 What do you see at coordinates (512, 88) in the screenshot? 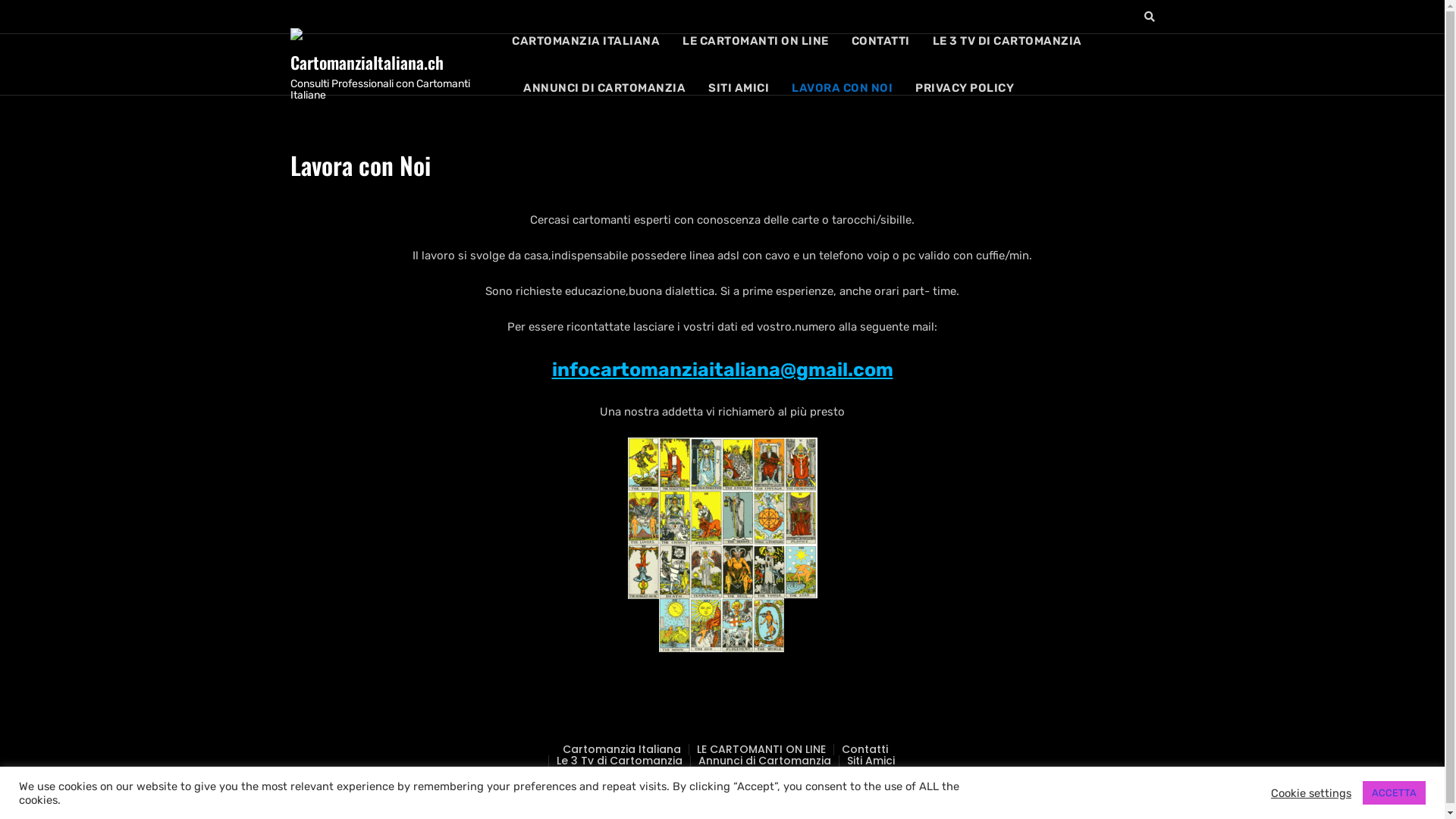
I see `'ANNUNCI DI CARTOMANZIA'` at bounding box center [512, 88].